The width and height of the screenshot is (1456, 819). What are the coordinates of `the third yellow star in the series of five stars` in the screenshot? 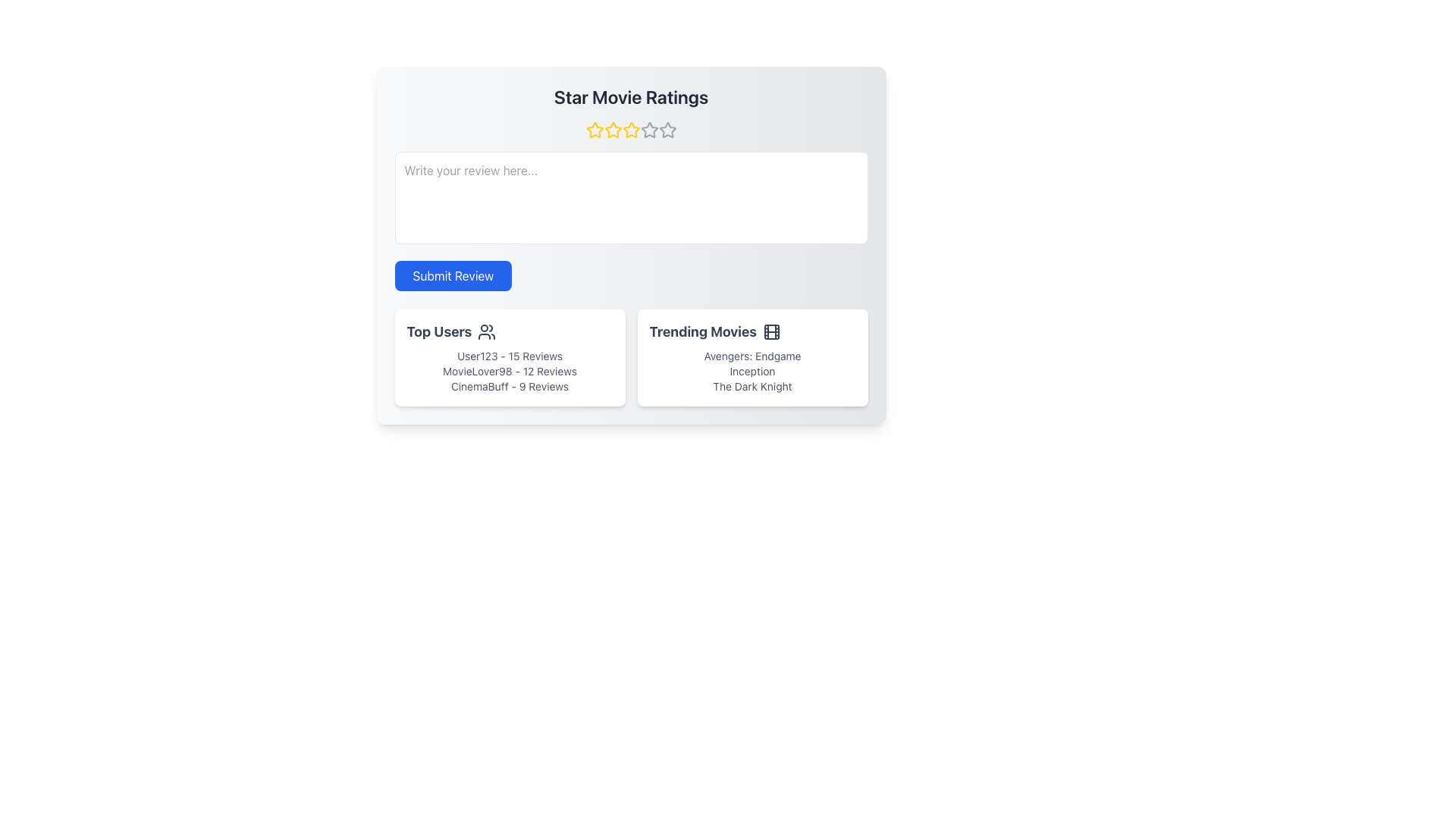 It's located at (631, 130).